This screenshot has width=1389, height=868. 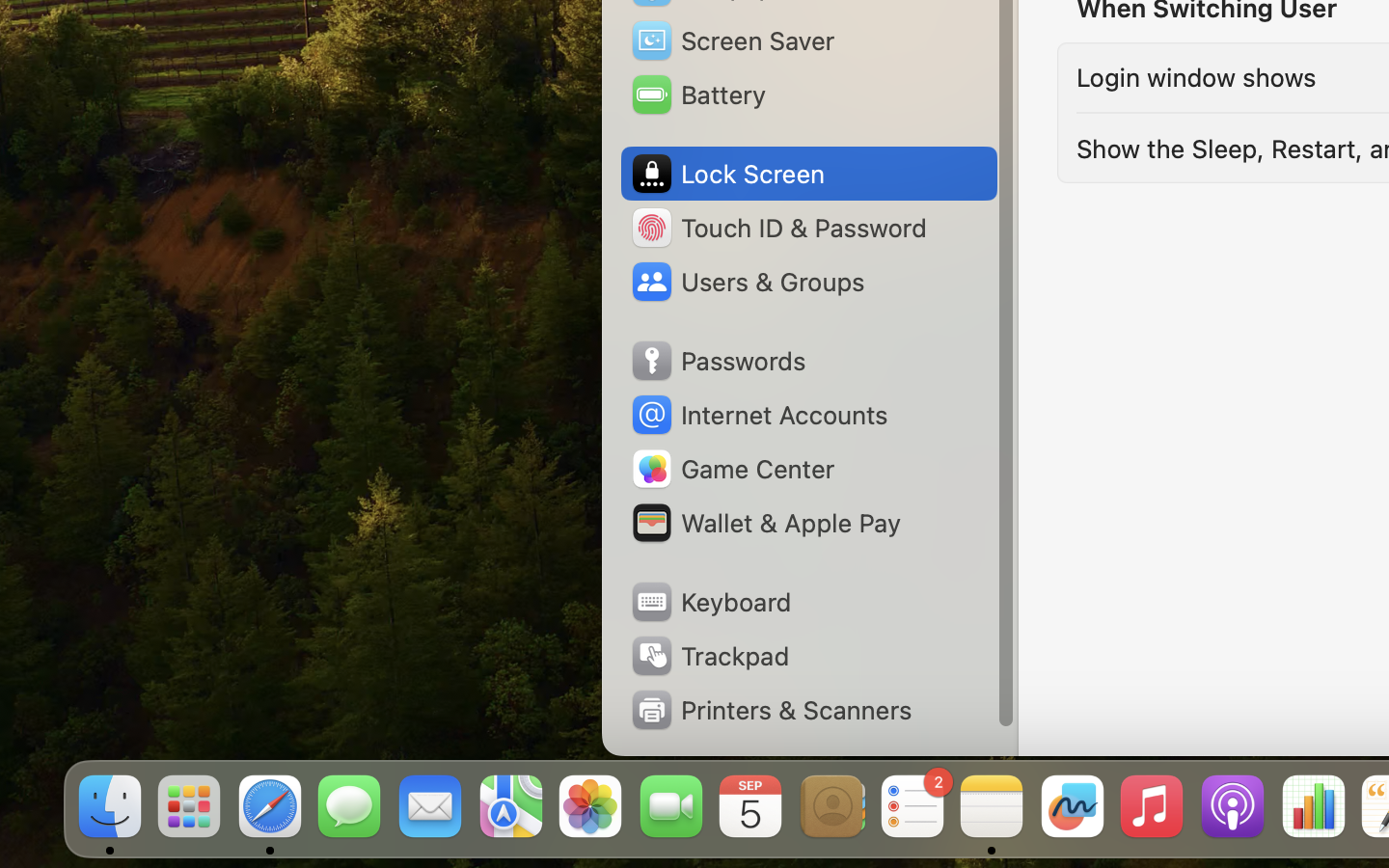 What do you see at coordinates (717, 361) in the screenshot?
I see `'Passwords'` at bounding box center [717, 361].